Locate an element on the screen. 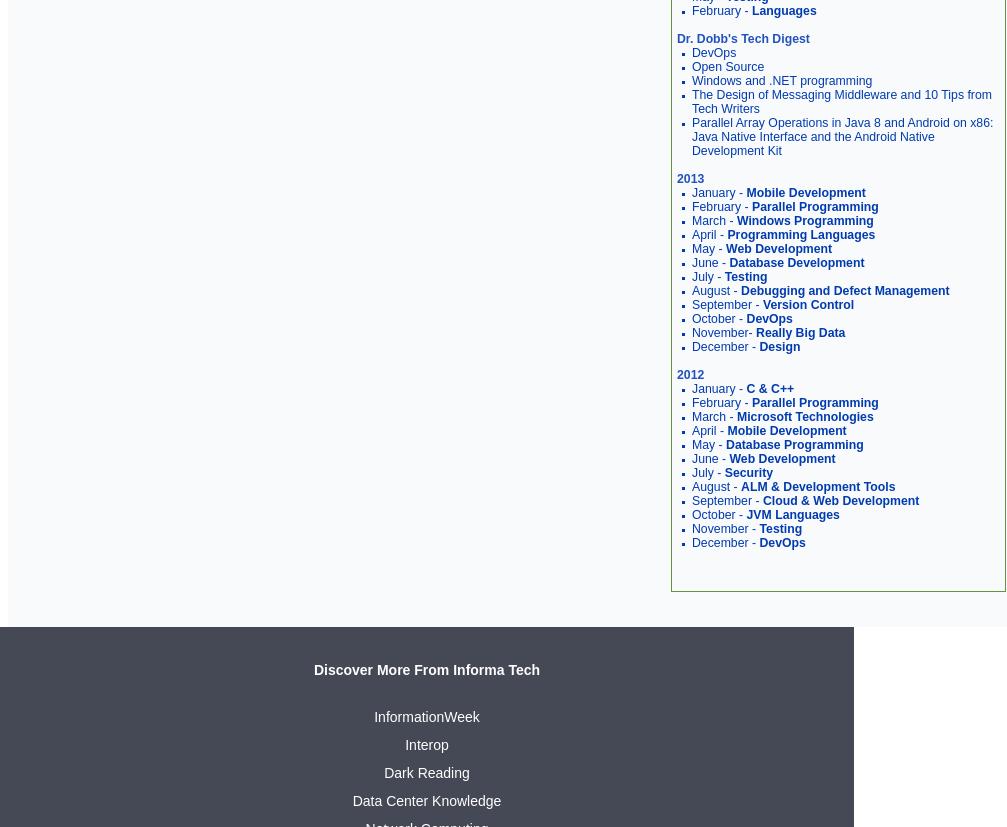 The height and width of the screenshot is (827, 1007). 'C & C++' is located at coordinates (768, 388).